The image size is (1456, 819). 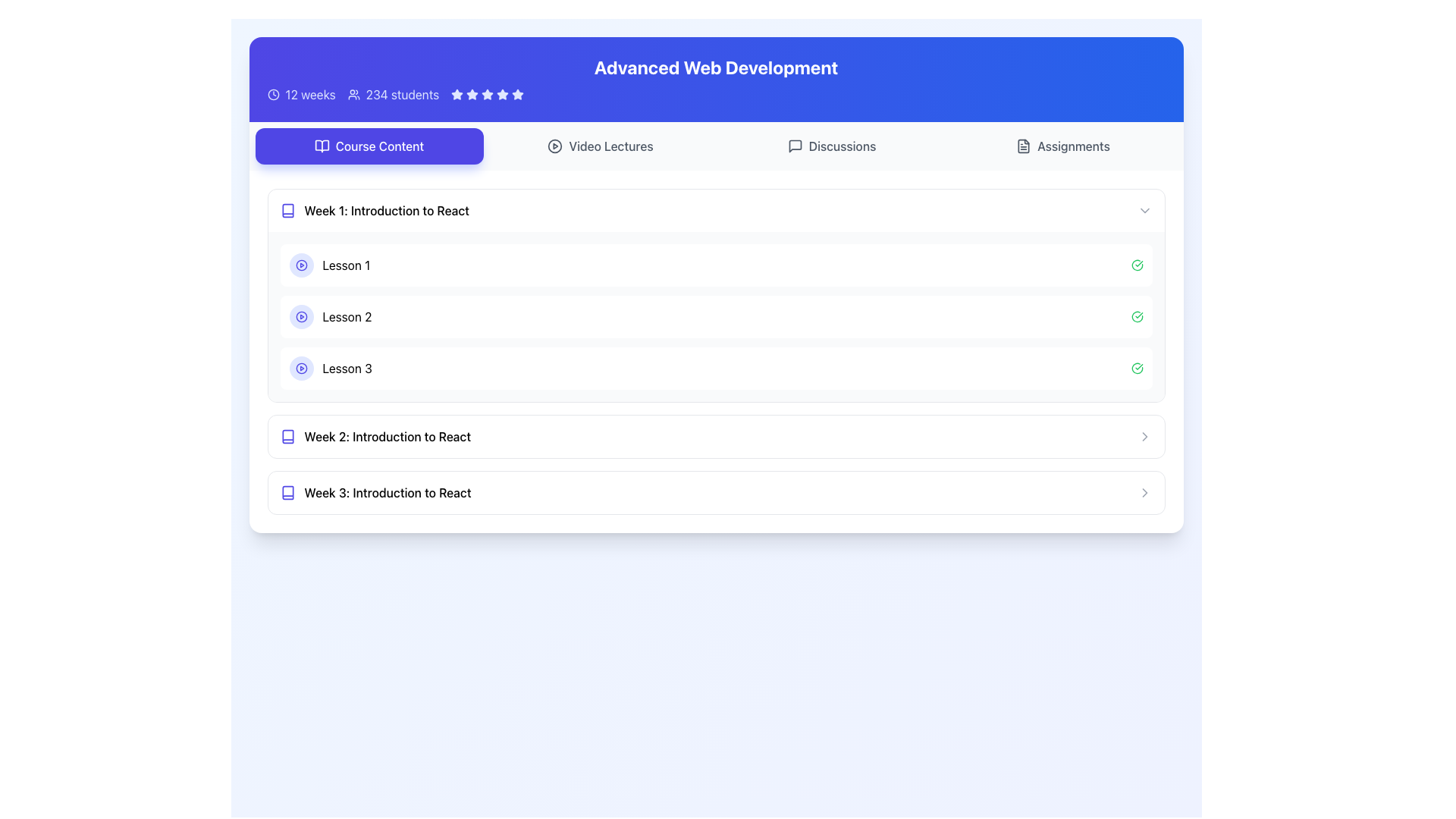 What do you see at coordinates (831, 146) in the screenshot?
I see `the discussions button, which is the third button from the left in the row containing 'Course Content', 'Video Lectures', and 'Assignments'` at bounding box center [831, 146].